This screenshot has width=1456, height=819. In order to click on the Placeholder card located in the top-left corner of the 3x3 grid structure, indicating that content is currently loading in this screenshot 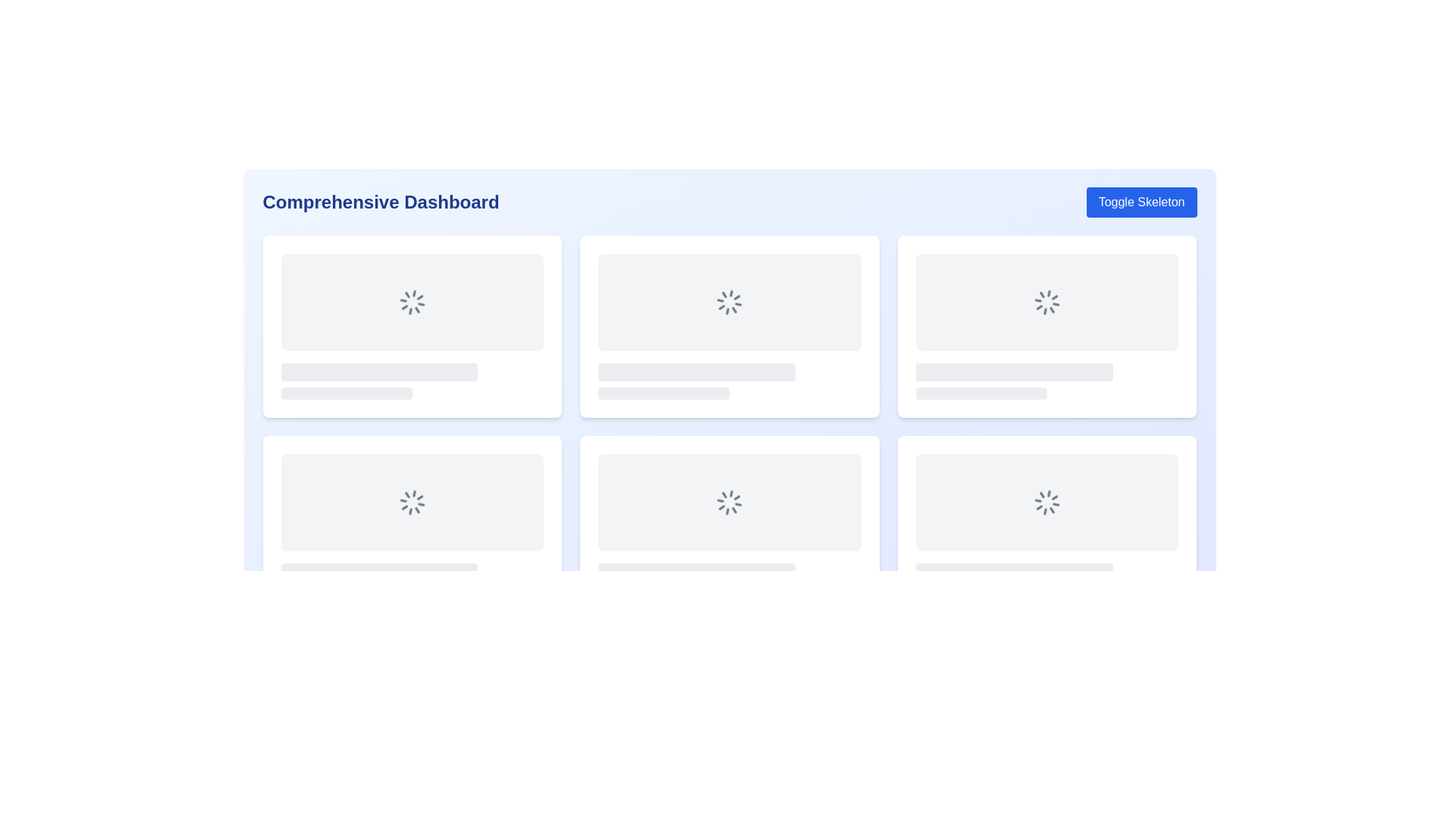, I will do `click(412, 326)`.